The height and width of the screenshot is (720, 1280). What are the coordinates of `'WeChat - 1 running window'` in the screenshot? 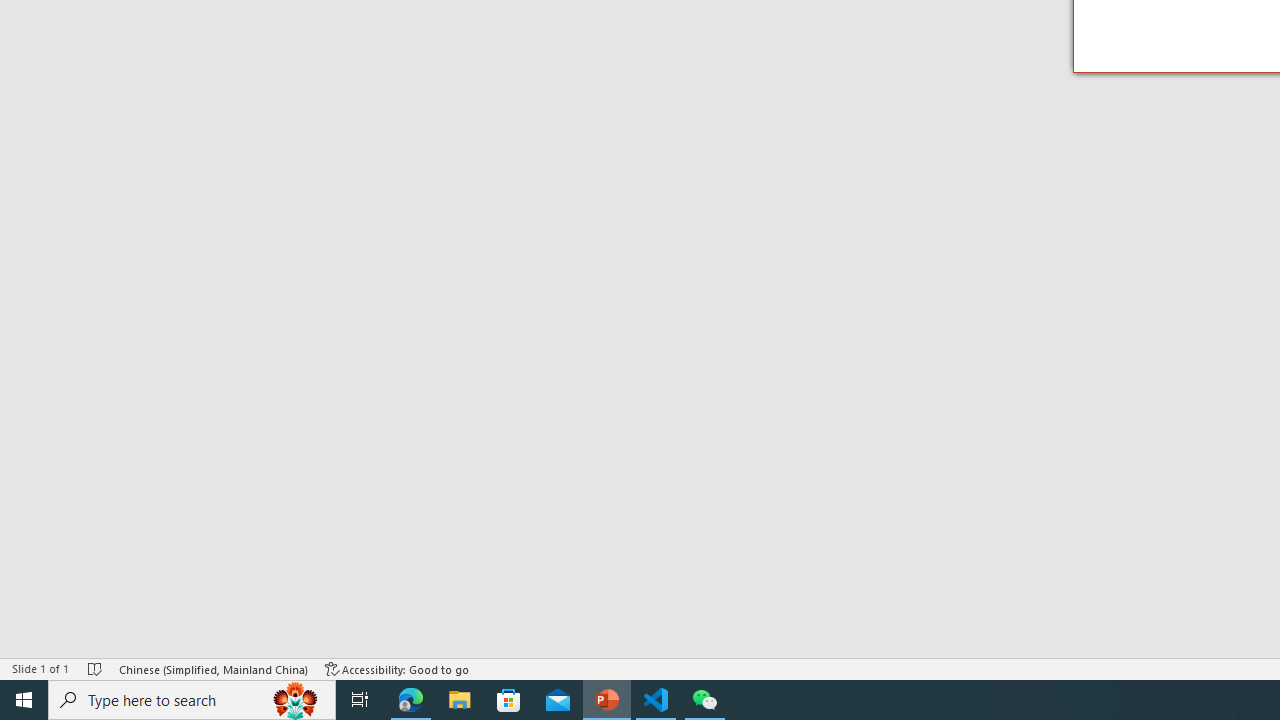 It's located at (705, 698).